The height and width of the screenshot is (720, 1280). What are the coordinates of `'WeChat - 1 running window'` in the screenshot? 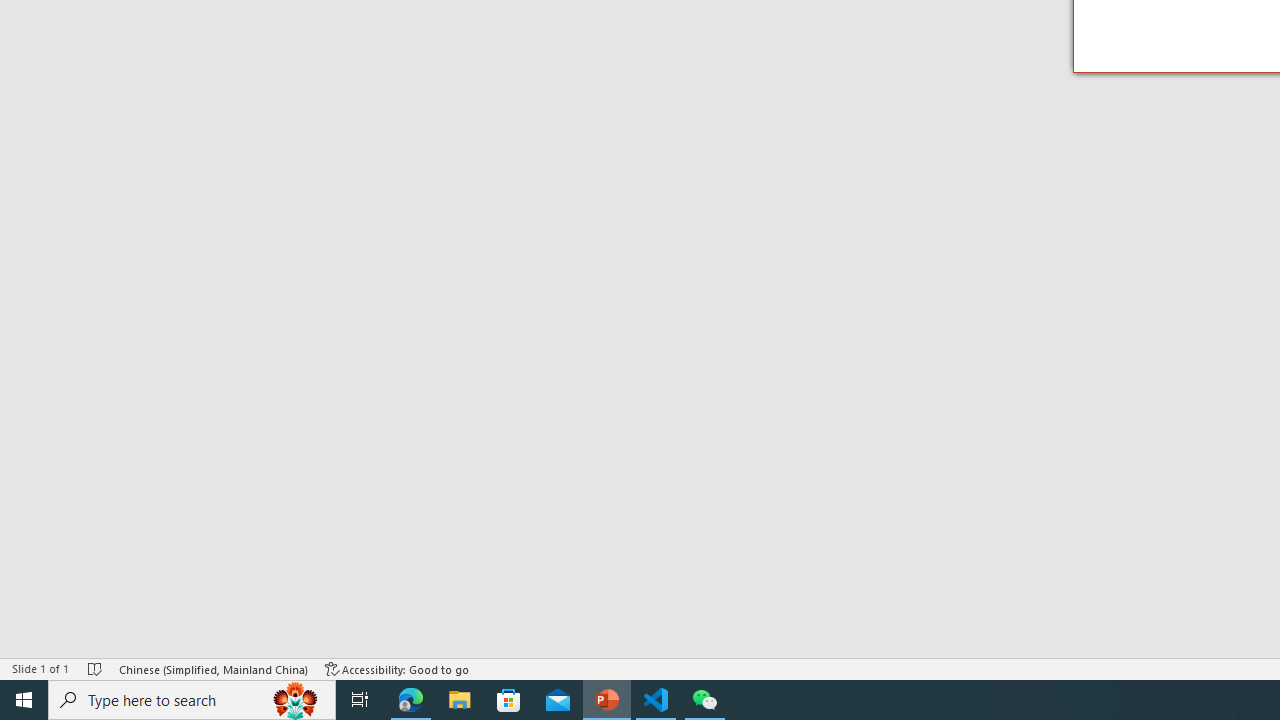 It's located at (705, 698).